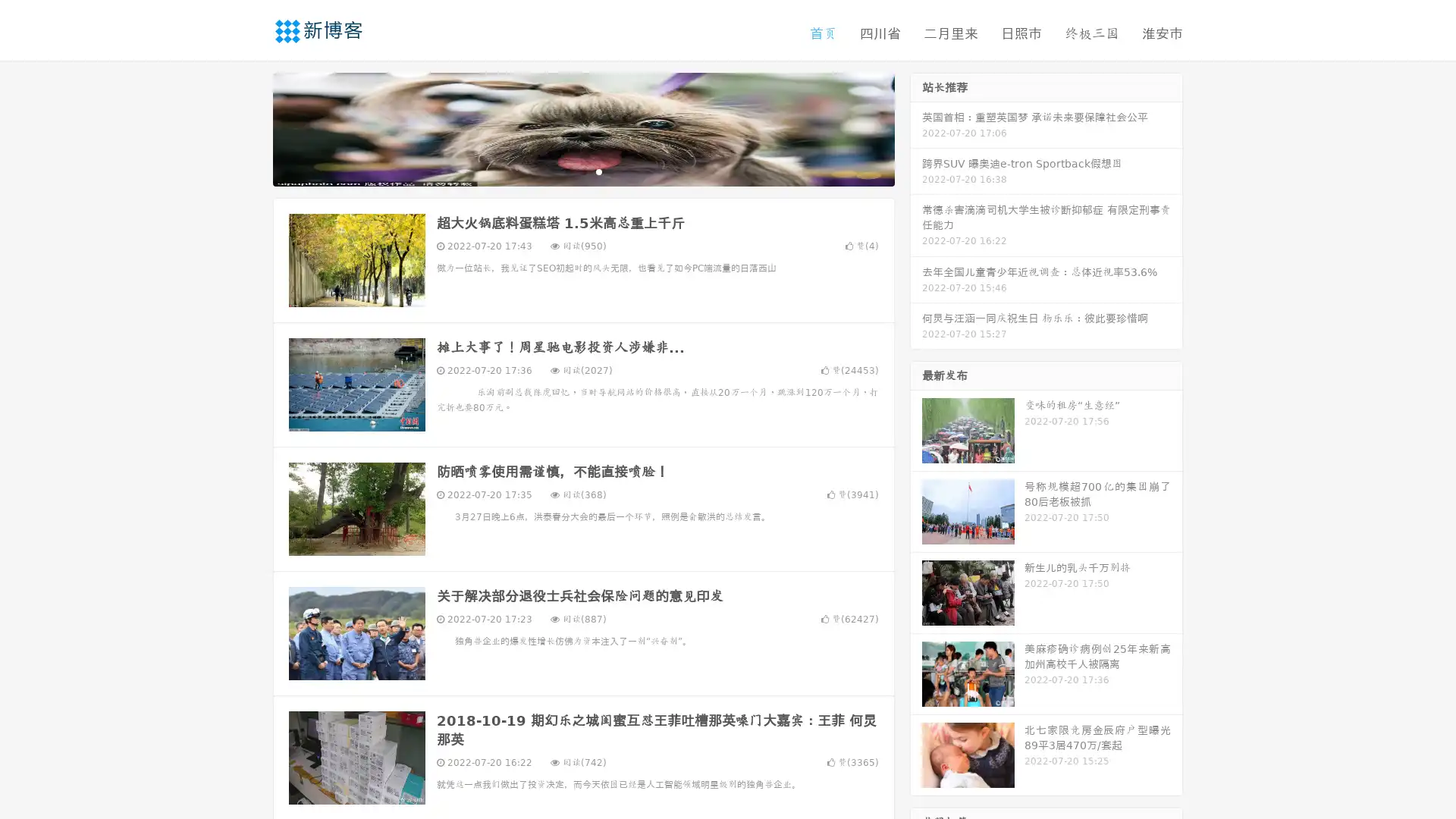  Describe the element at coordinates (582, 171) in the screenshot. I see `Go to slide 2` at that location.